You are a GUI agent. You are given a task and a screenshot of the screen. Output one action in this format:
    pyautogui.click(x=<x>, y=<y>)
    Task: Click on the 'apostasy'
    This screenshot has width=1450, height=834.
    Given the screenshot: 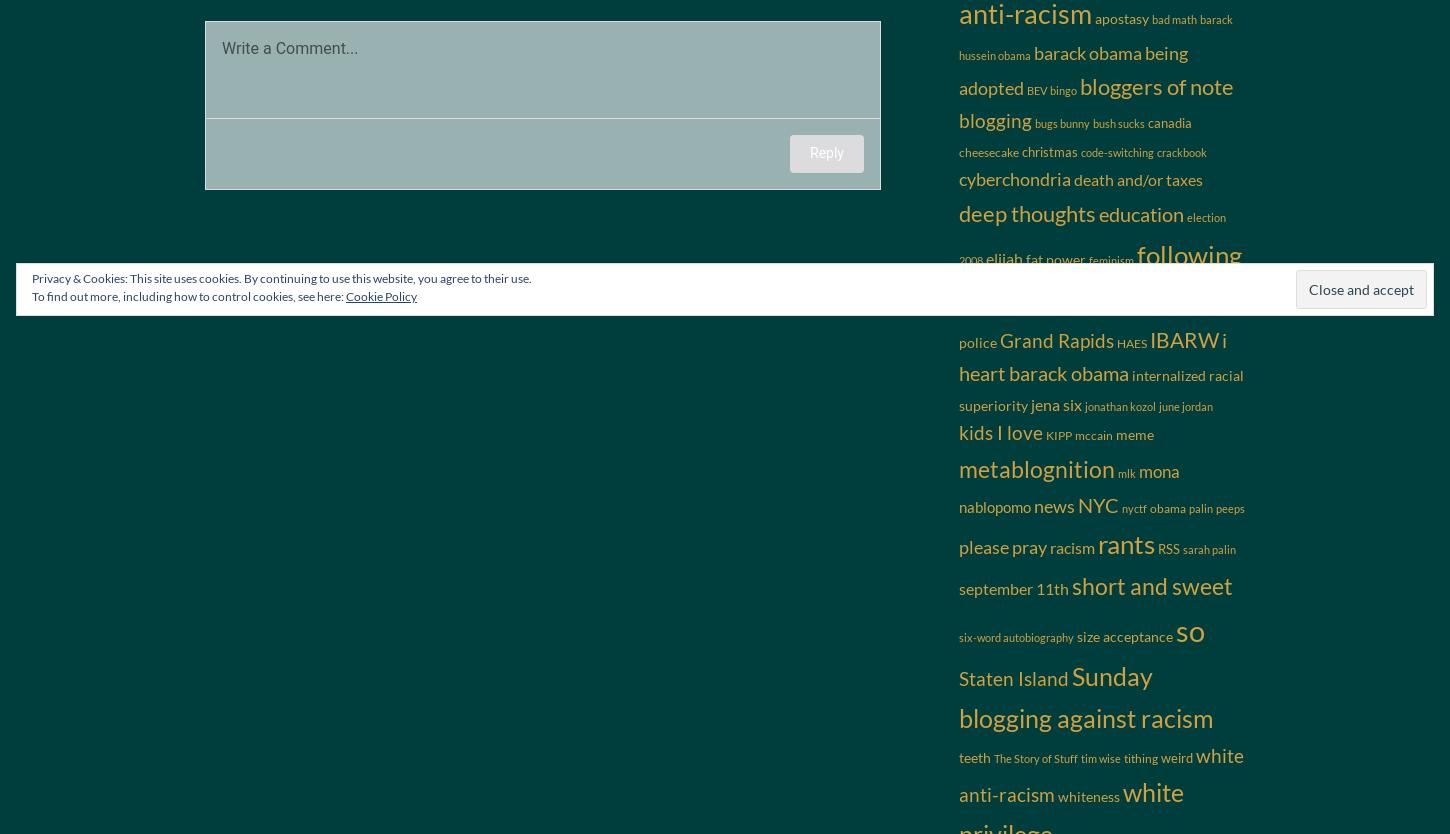 What is the action you would take?
    pyautogui.click(x=1121, y=18)
    